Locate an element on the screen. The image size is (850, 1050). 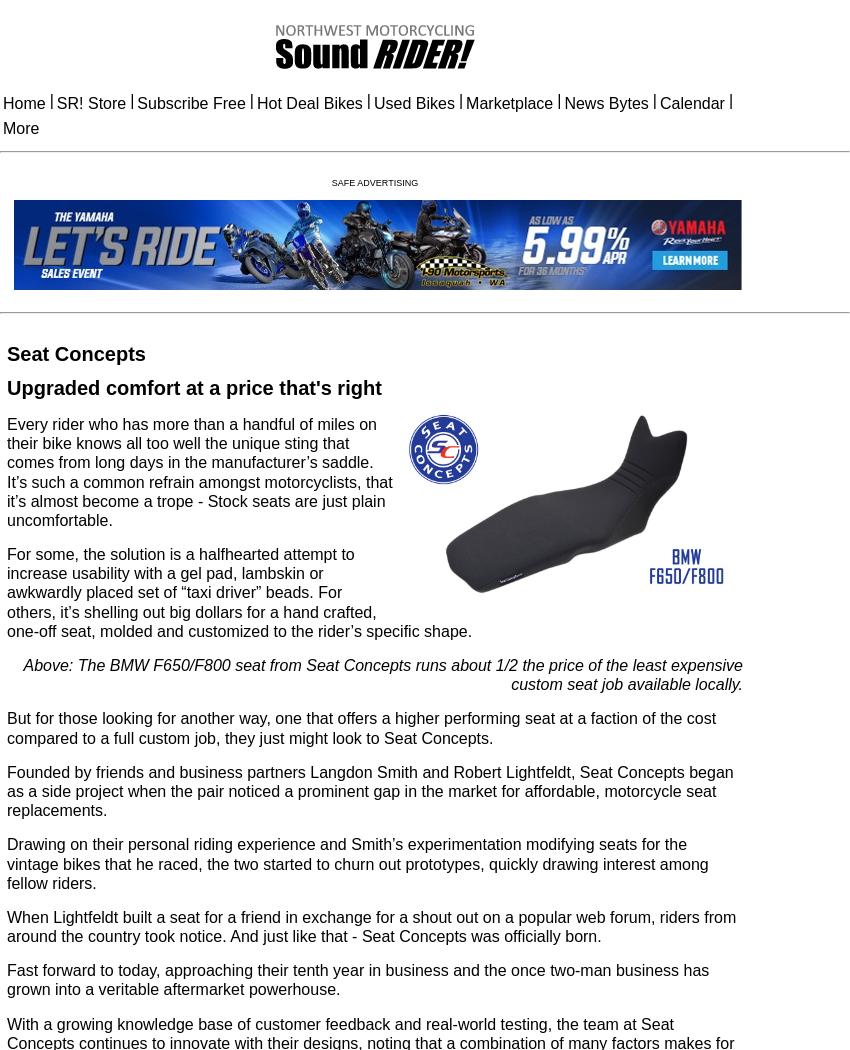
'Drawing on their personal riding experience and Smith’s experimentation
    modifying seats for the vintage bikes that he raced, the two started to
    churn out prototypes, quickly drawing interest among fellow riders.' is located at coordinates (356, 862).